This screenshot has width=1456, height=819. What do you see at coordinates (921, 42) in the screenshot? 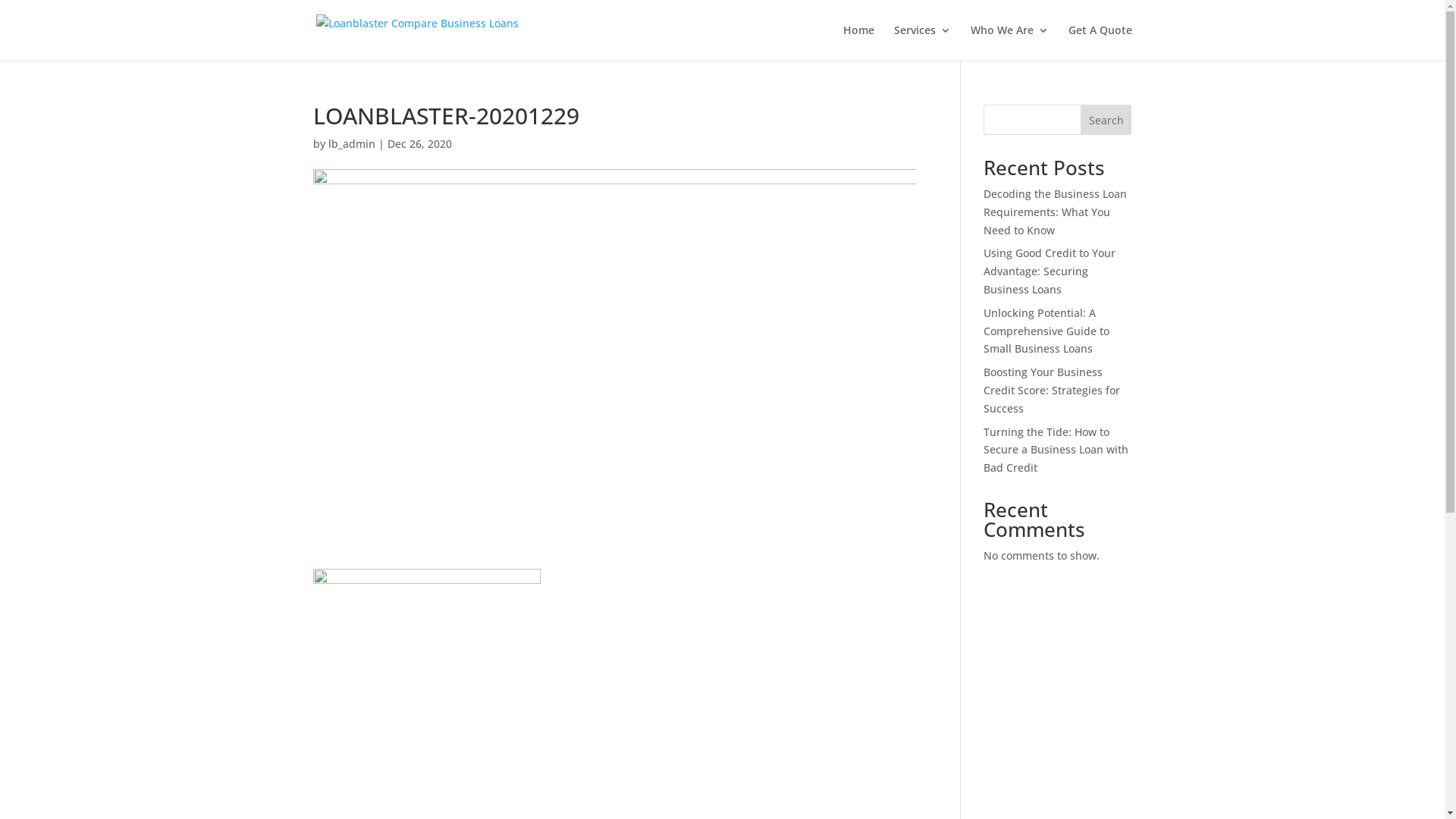
I see `'Services'` at bounding box center [921, 42].